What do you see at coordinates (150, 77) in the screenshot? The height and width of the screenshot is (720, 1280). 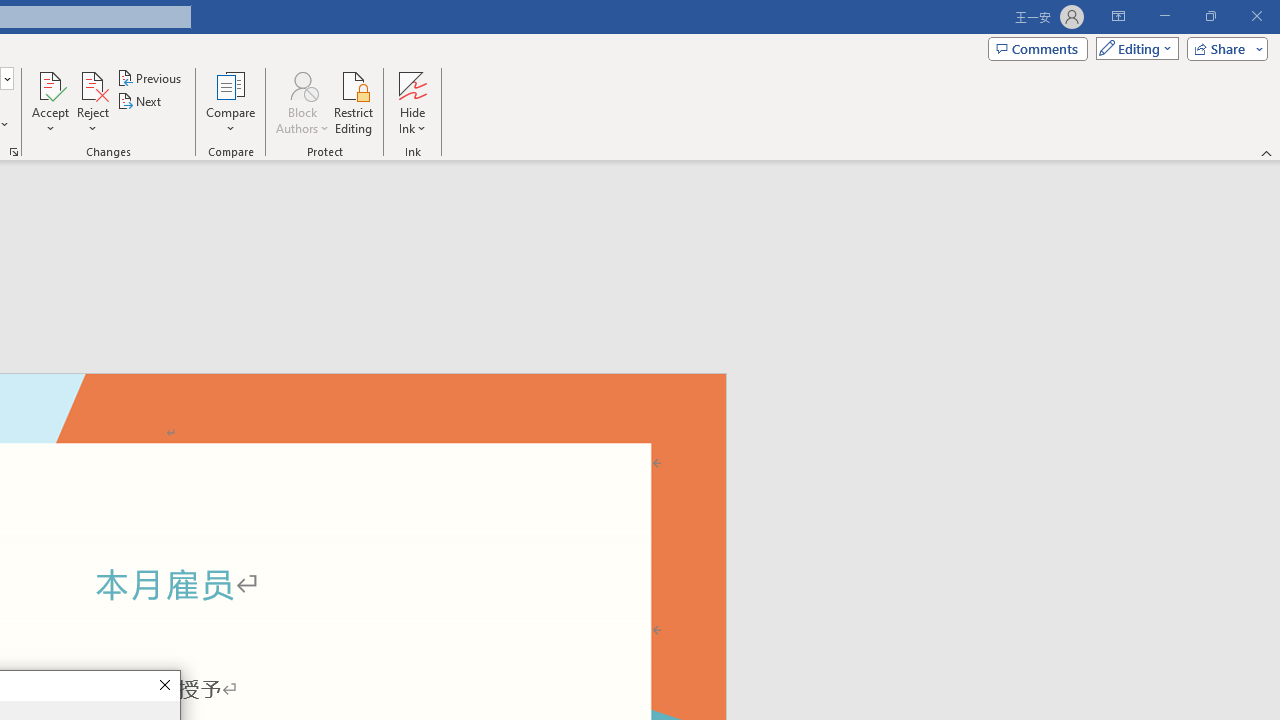 I see `'Previous'` at bounding box center [150, 77].